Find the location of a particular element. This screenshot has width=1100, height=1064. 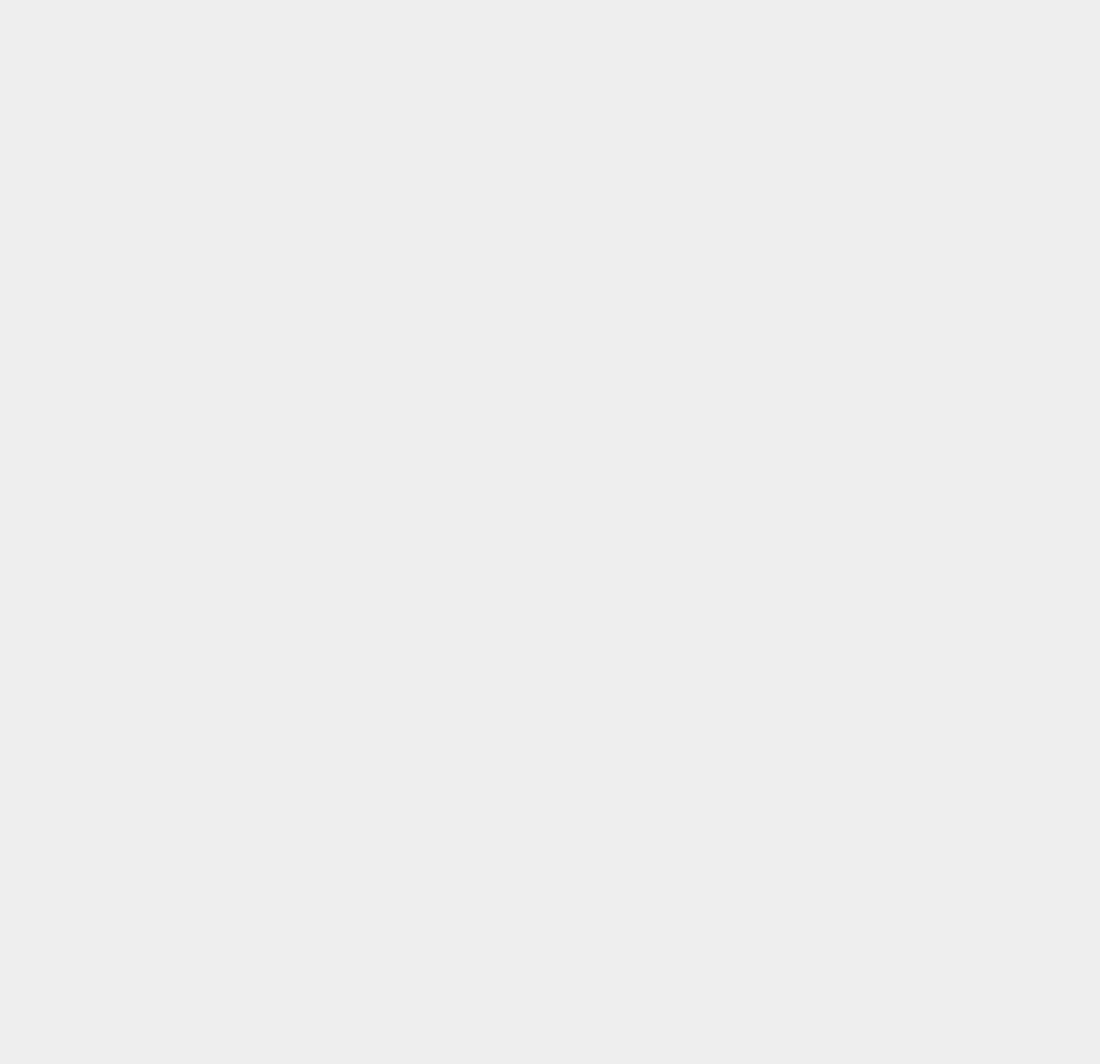

'TypePad' is located at coordinates (804, 405).